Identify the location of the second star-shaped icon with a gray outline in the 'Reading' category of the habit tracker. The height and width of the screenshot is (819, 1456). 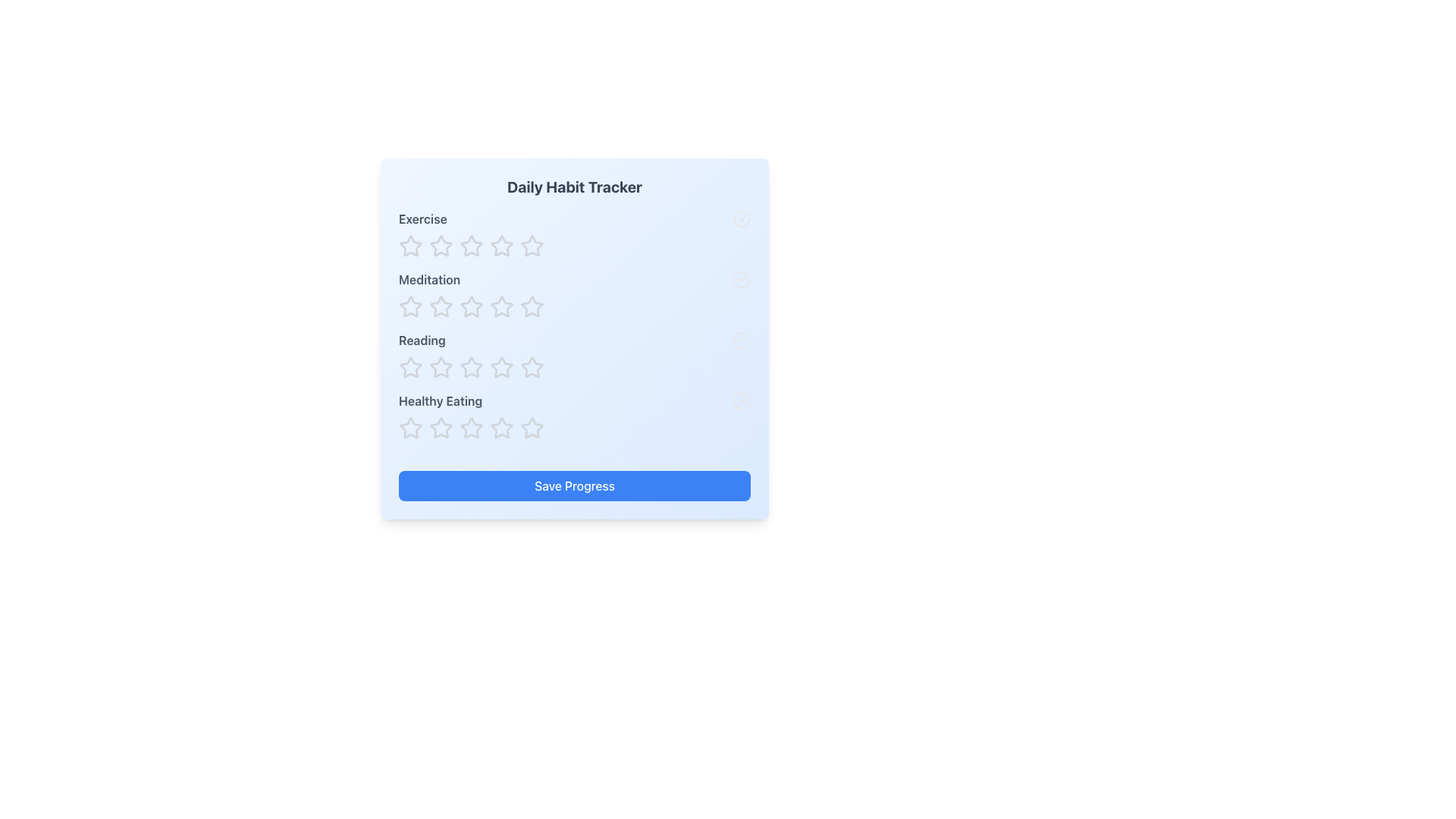
(440, 367).